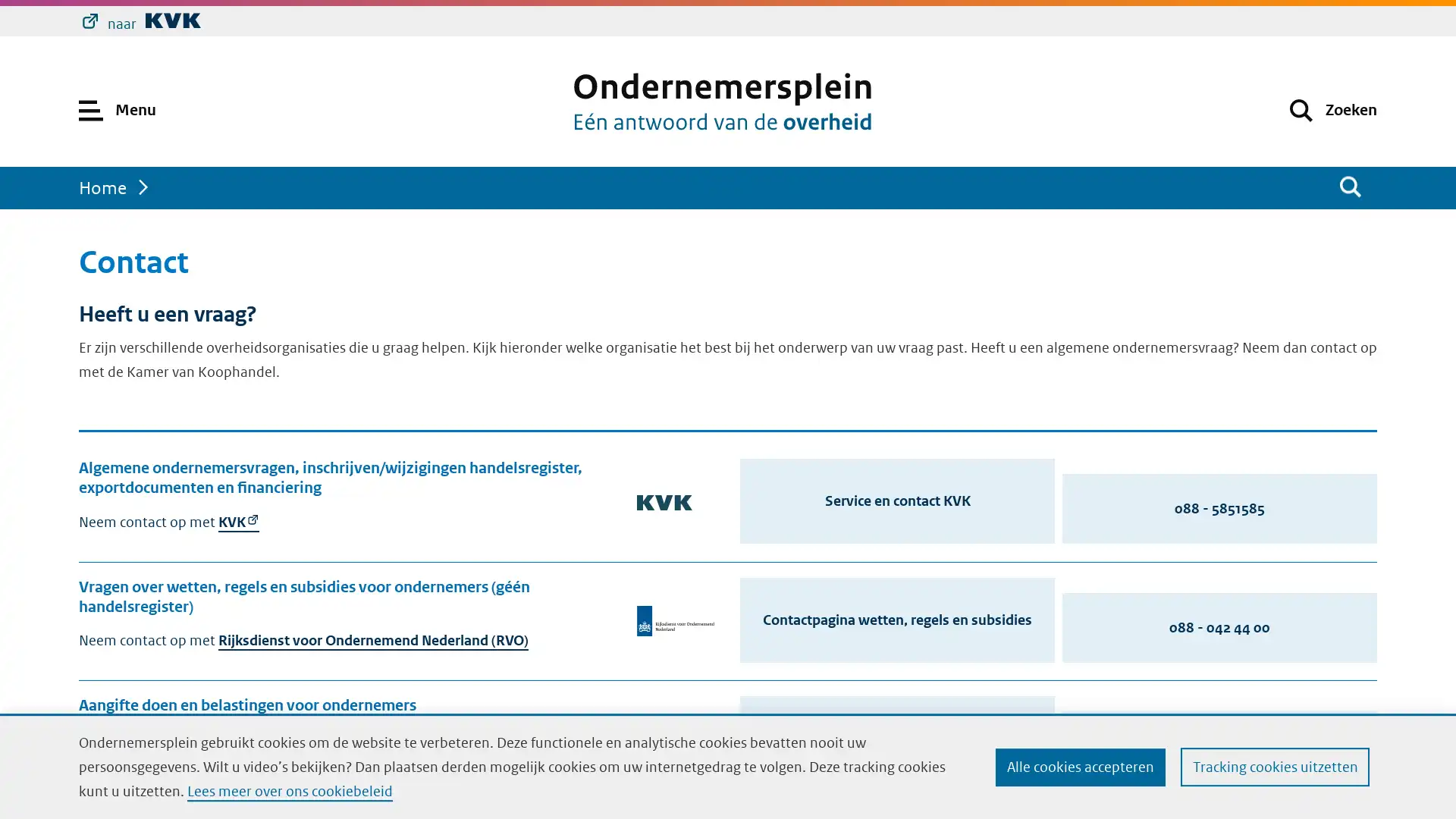 Image resolution: width=1456 pixels, height=819 pixels. What do you see at coordinates (1080, 767) in the screenshot?
I see `Alle cookies accepteren` at bounding box center [1080, 767].